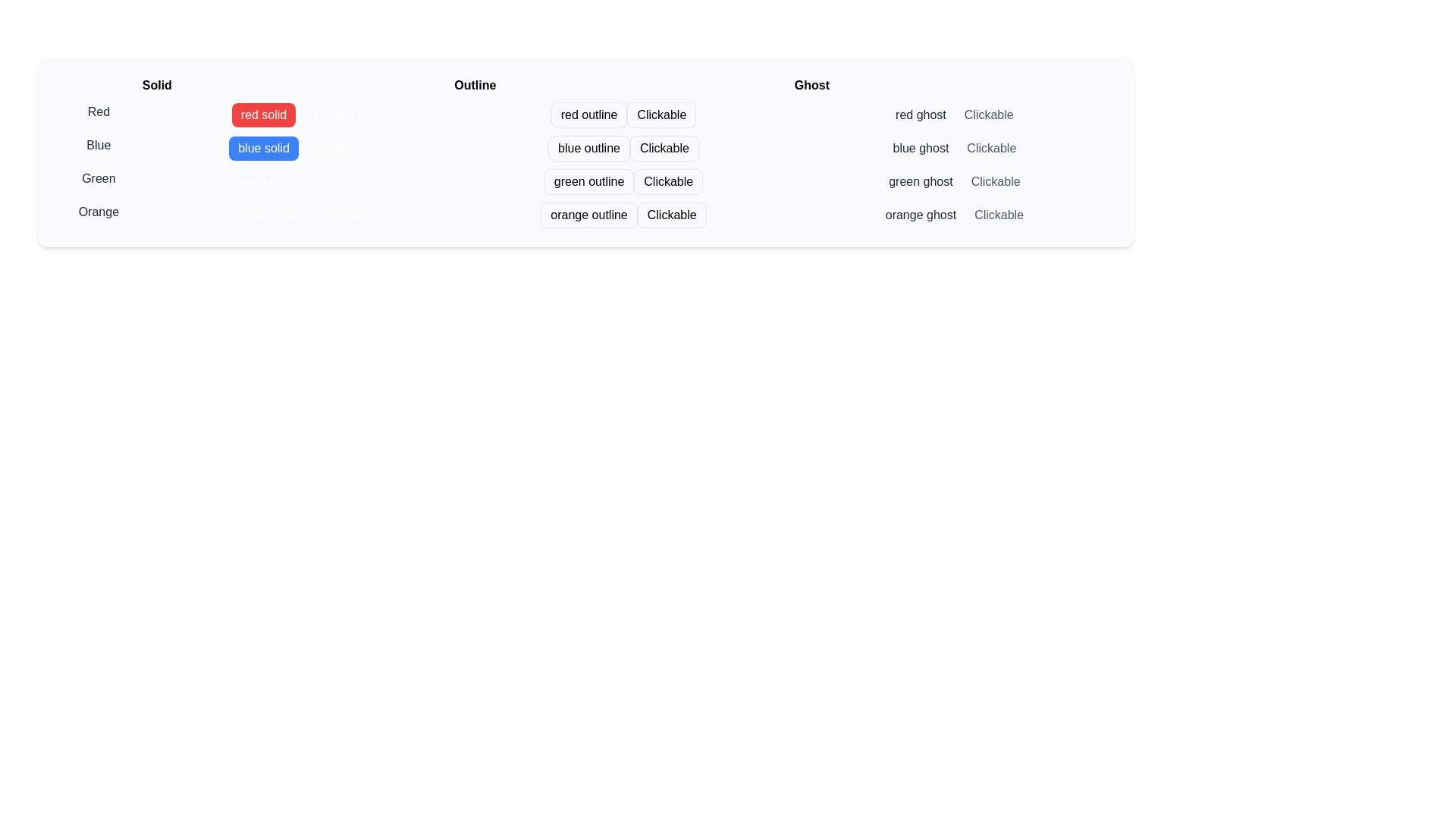 The height and width of the screenshot is (819, 1456). Describe the element at coordinates (623, 146) in the screenshot. I see `the status Text label located in the second row under the 'Outline' column` at that location.